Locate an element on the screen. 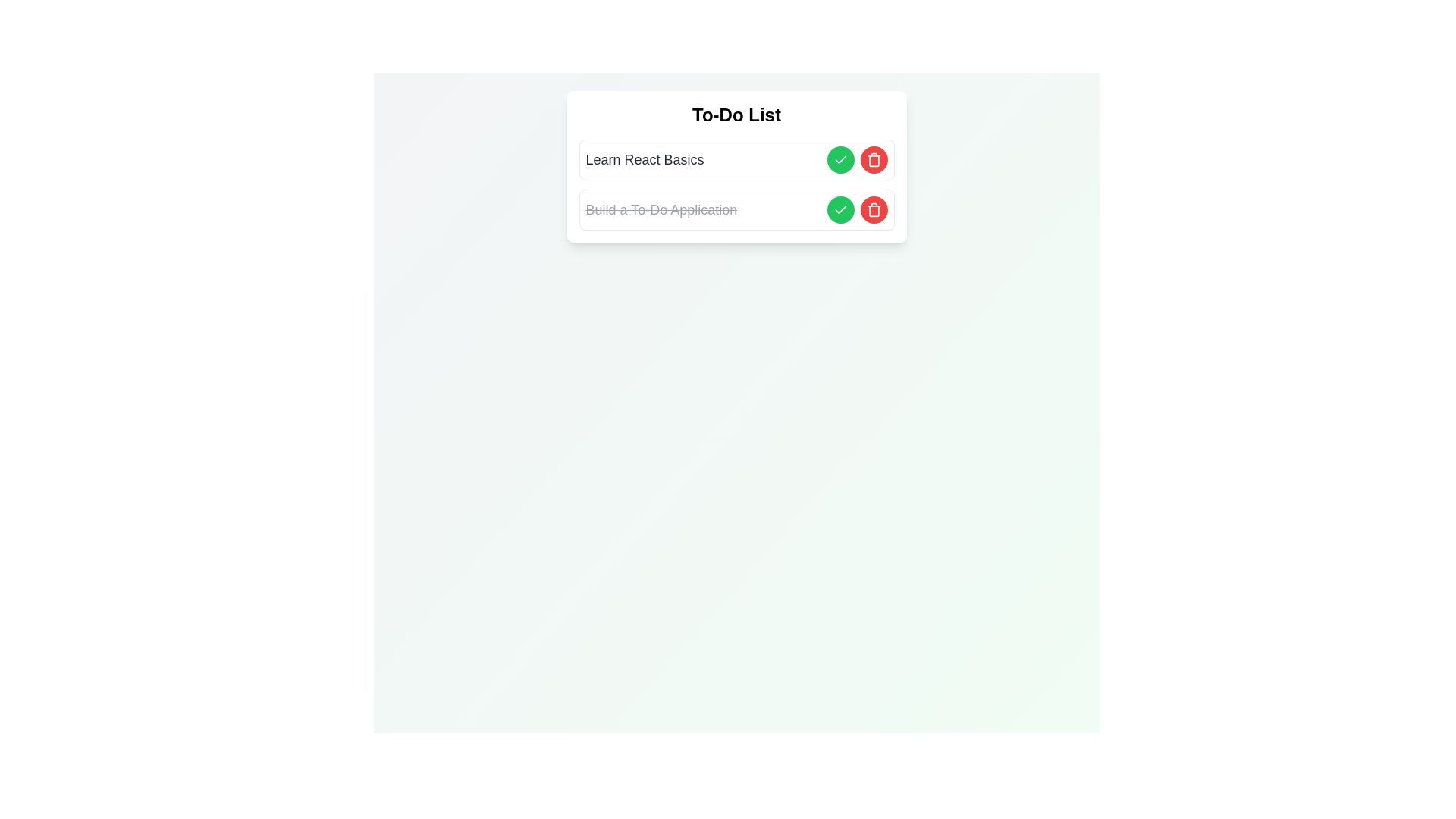 This screenshot has height=819, width=1456. the small green circular button with a white checkmark icon to the right of the task item labeled 'Build a To-Do Application' to mark the task as completed is located at coordinates (839, 210).